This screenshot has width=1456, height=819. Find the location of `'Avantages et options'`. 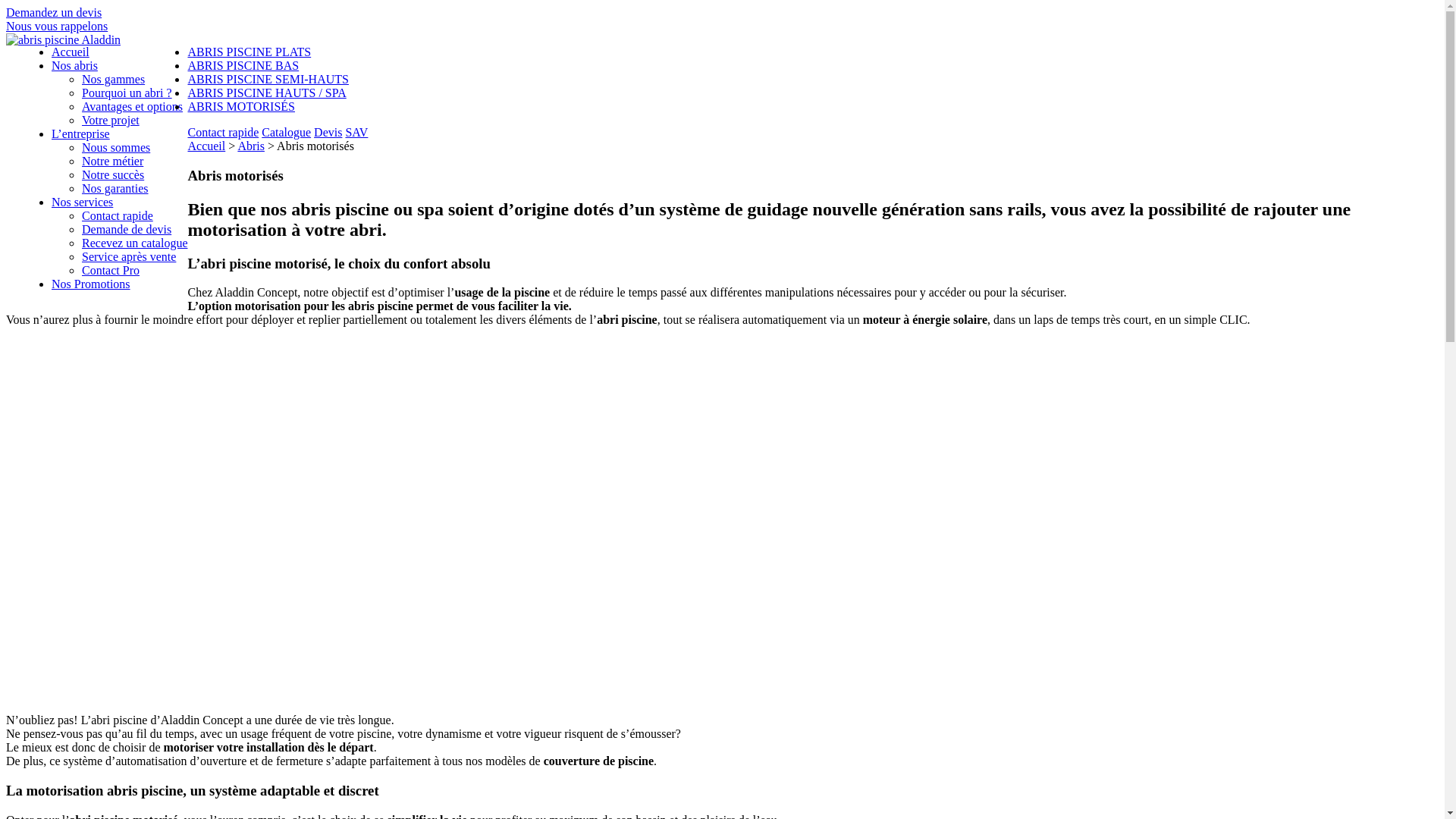

'Avantages et options' is located at coordinates (132, 105).